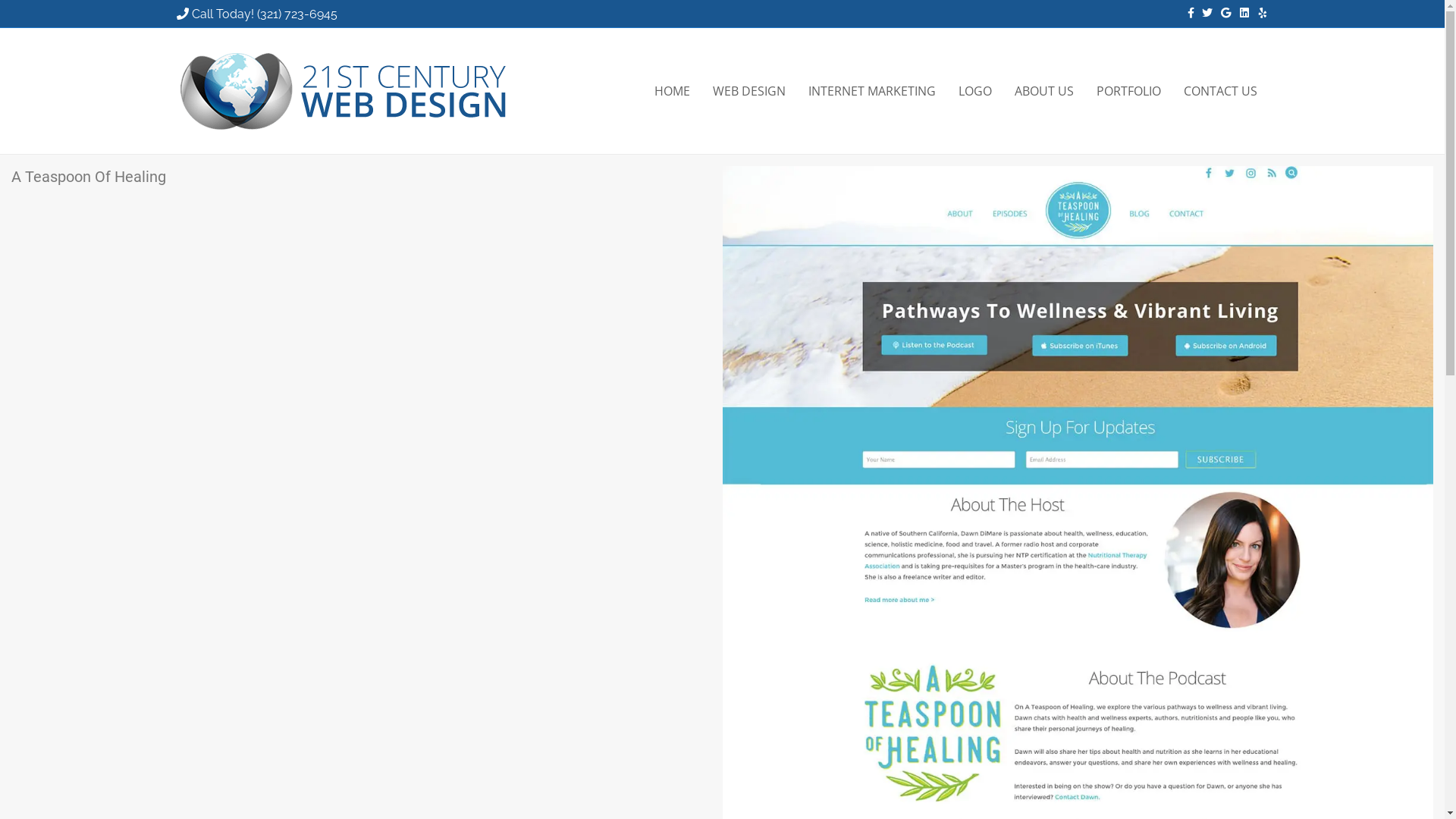 This screenshot has height=819, width=1456. What do you see at coordinates (795, 90) in the screenshot?
I see `'INTERNET MARKETING'` at bounding box center [795, 90].